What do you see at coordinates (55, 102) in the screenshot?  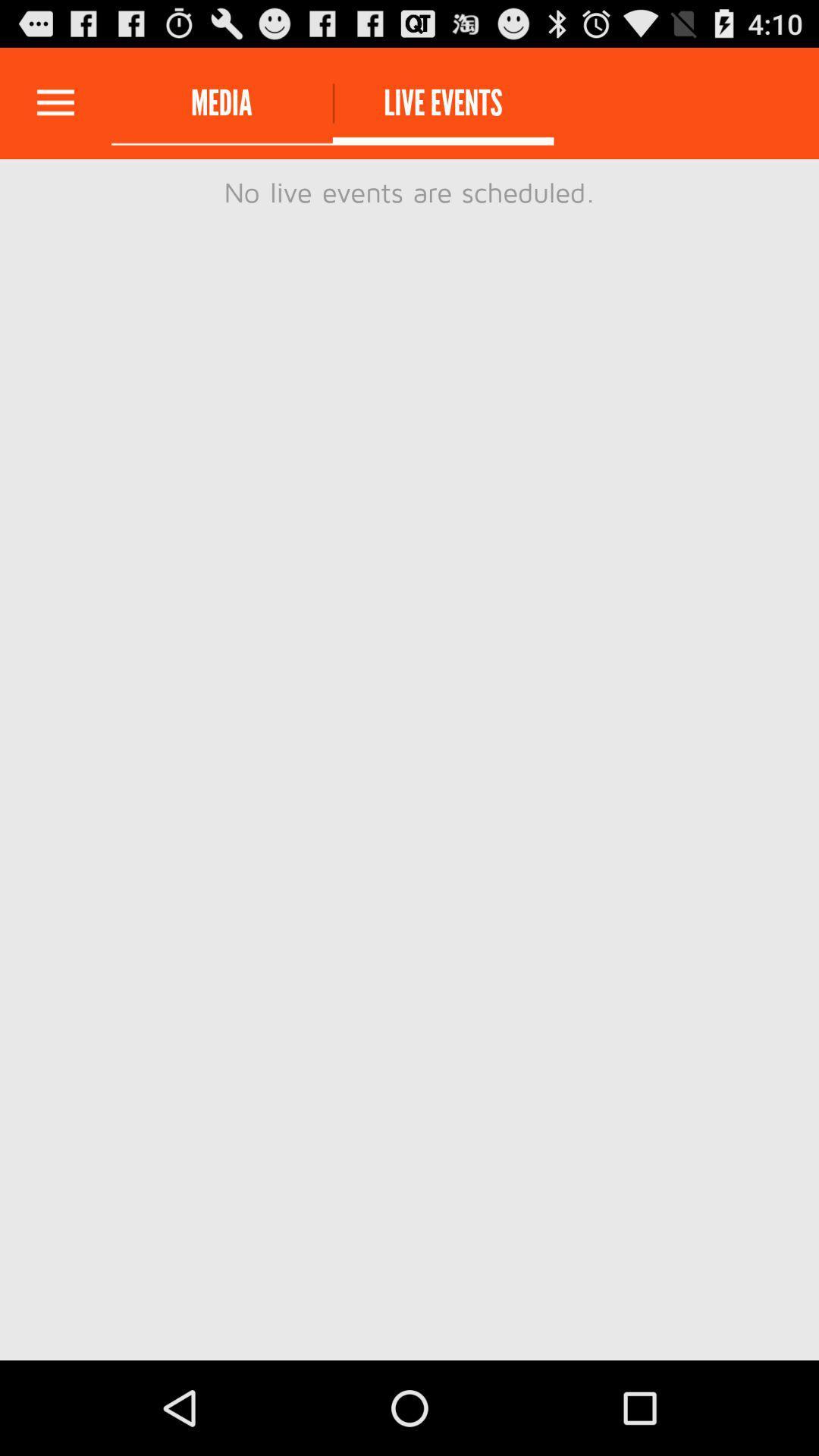 I see `settings the any one option` at bounding box center [55, 102].